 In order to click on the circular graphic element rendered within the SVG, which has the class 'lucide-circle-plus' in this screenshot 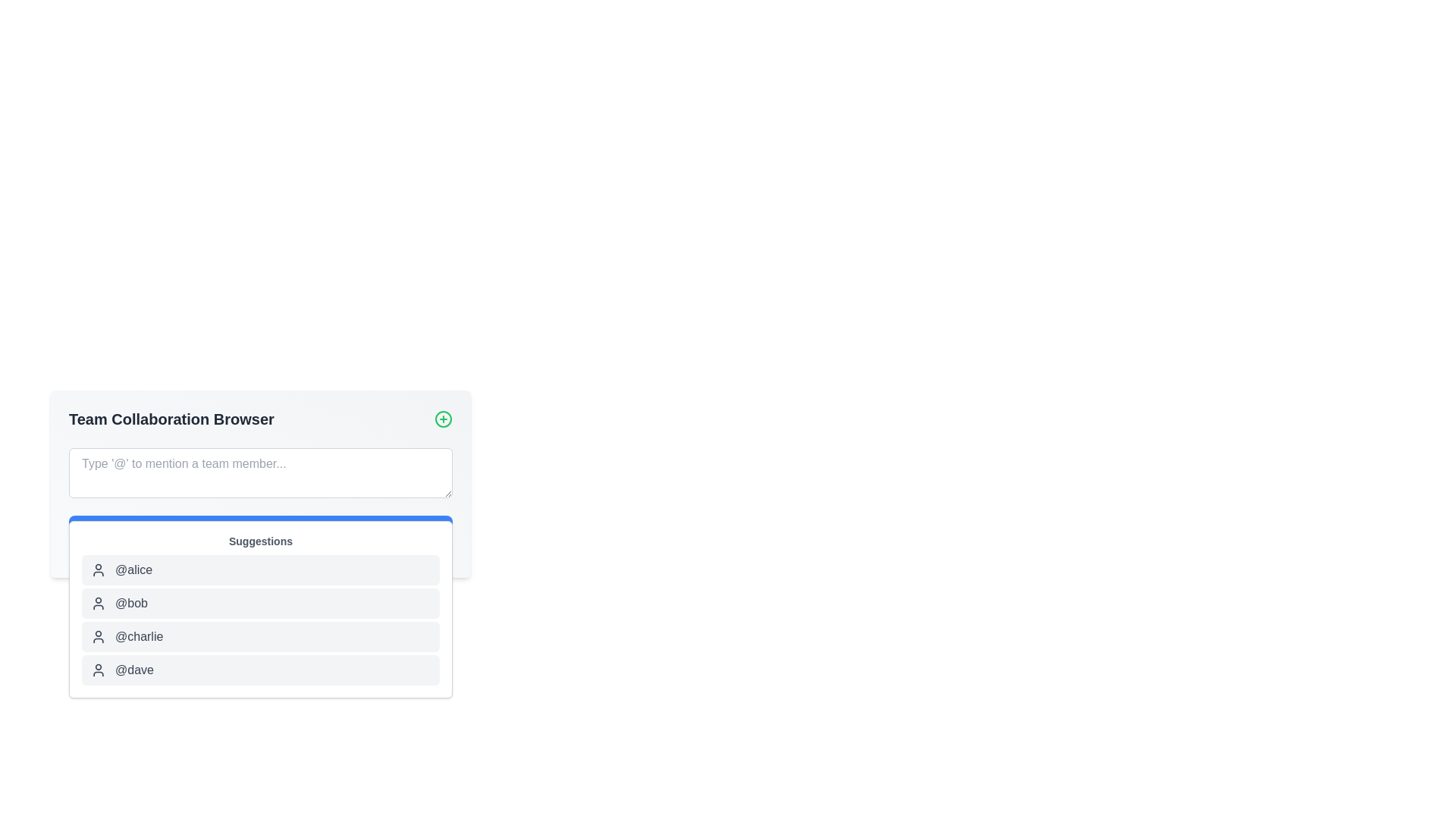, I will do `click(443, 419)`.